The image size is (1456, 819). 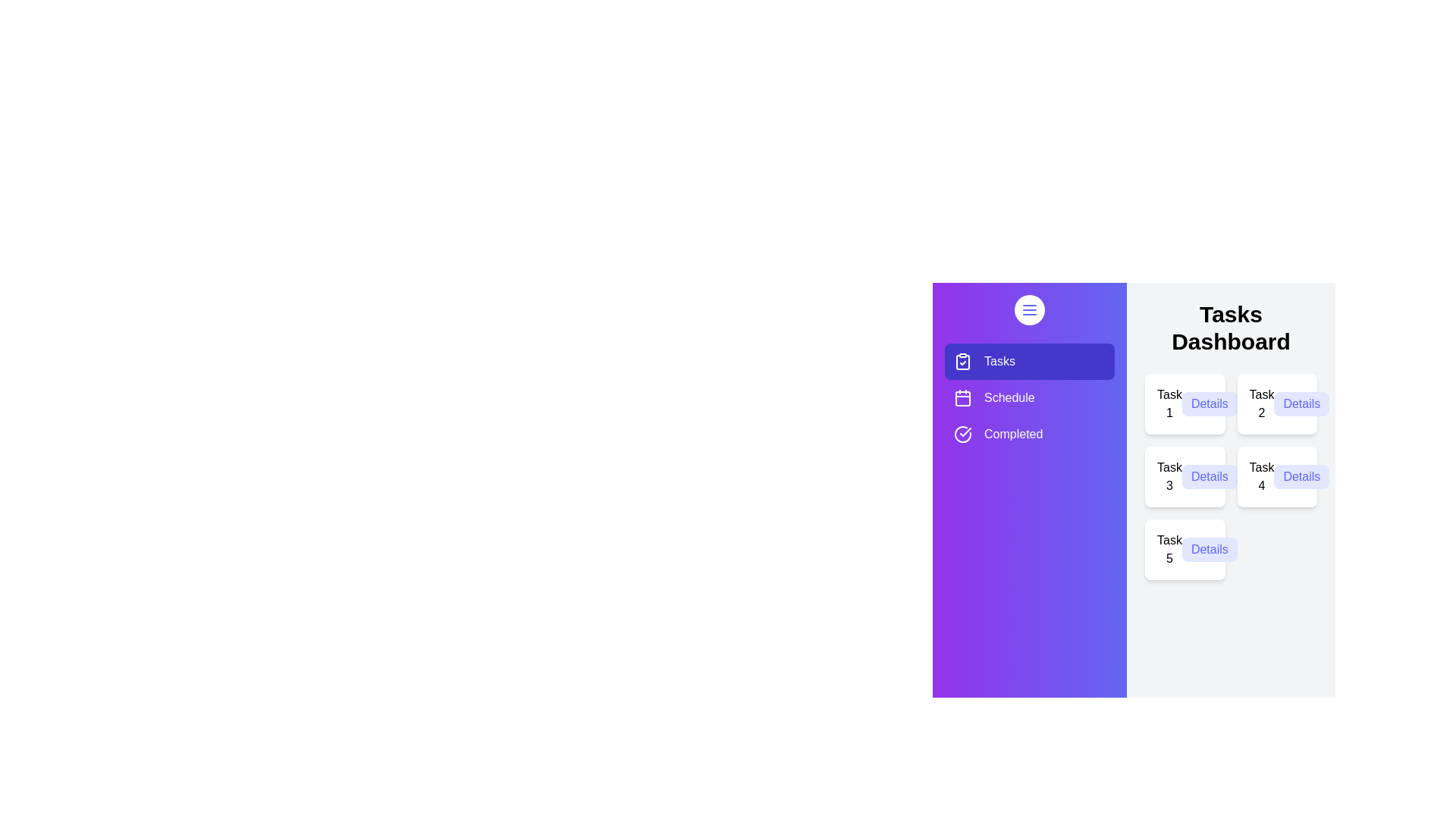 What do you see at coordinates (1030, 397) in the screenshot?
I see `the Schedule tab in the sidebar` at bounding box center [1030, 397].